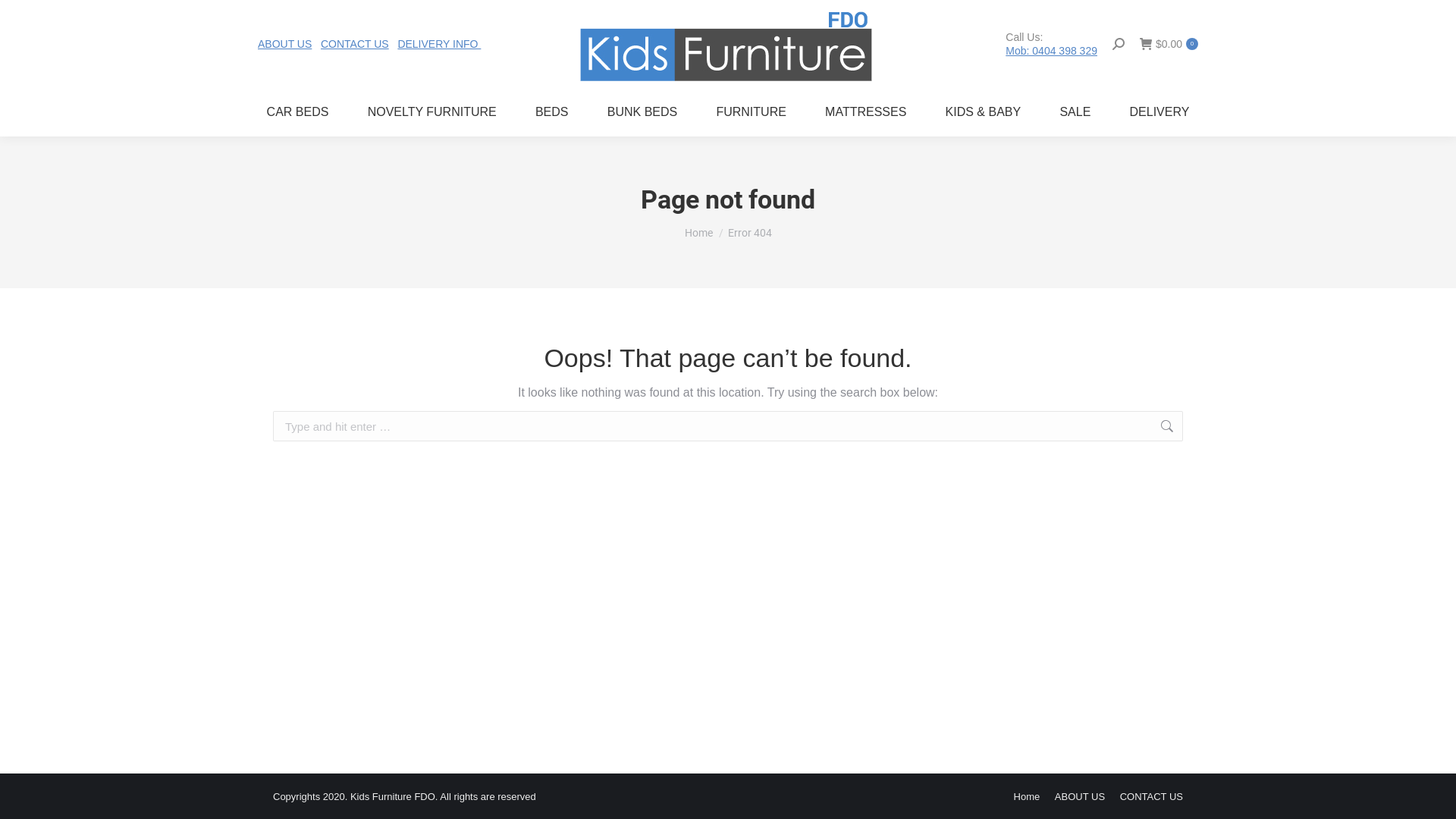 This screenshot has height=819, width=1456. I want to click on 'MATTRESSES', so click(865, 111).